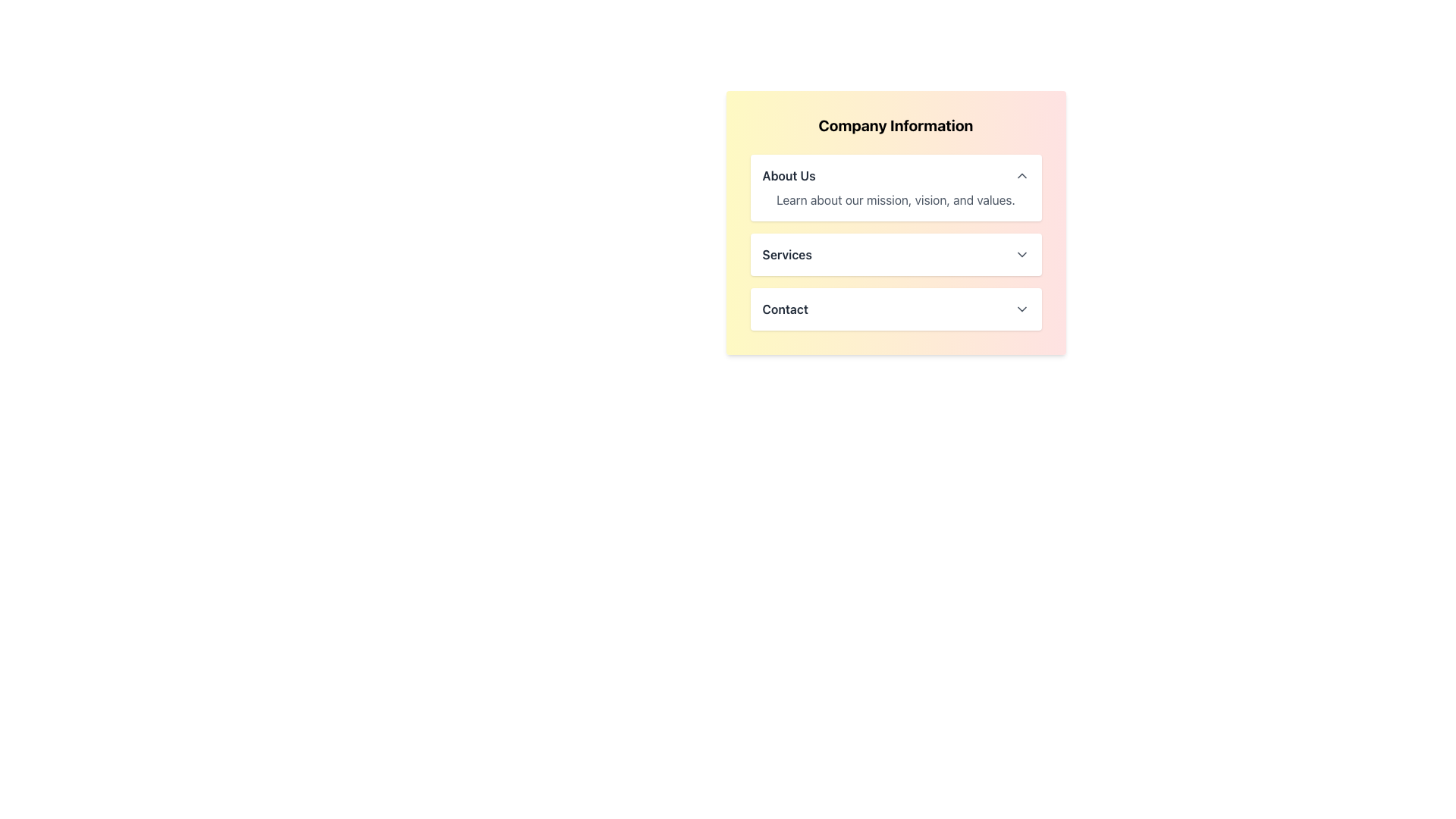  I want to click on the dropdown menu element related to 'Contact' in the 'Company Information' card, so click(896, 309).